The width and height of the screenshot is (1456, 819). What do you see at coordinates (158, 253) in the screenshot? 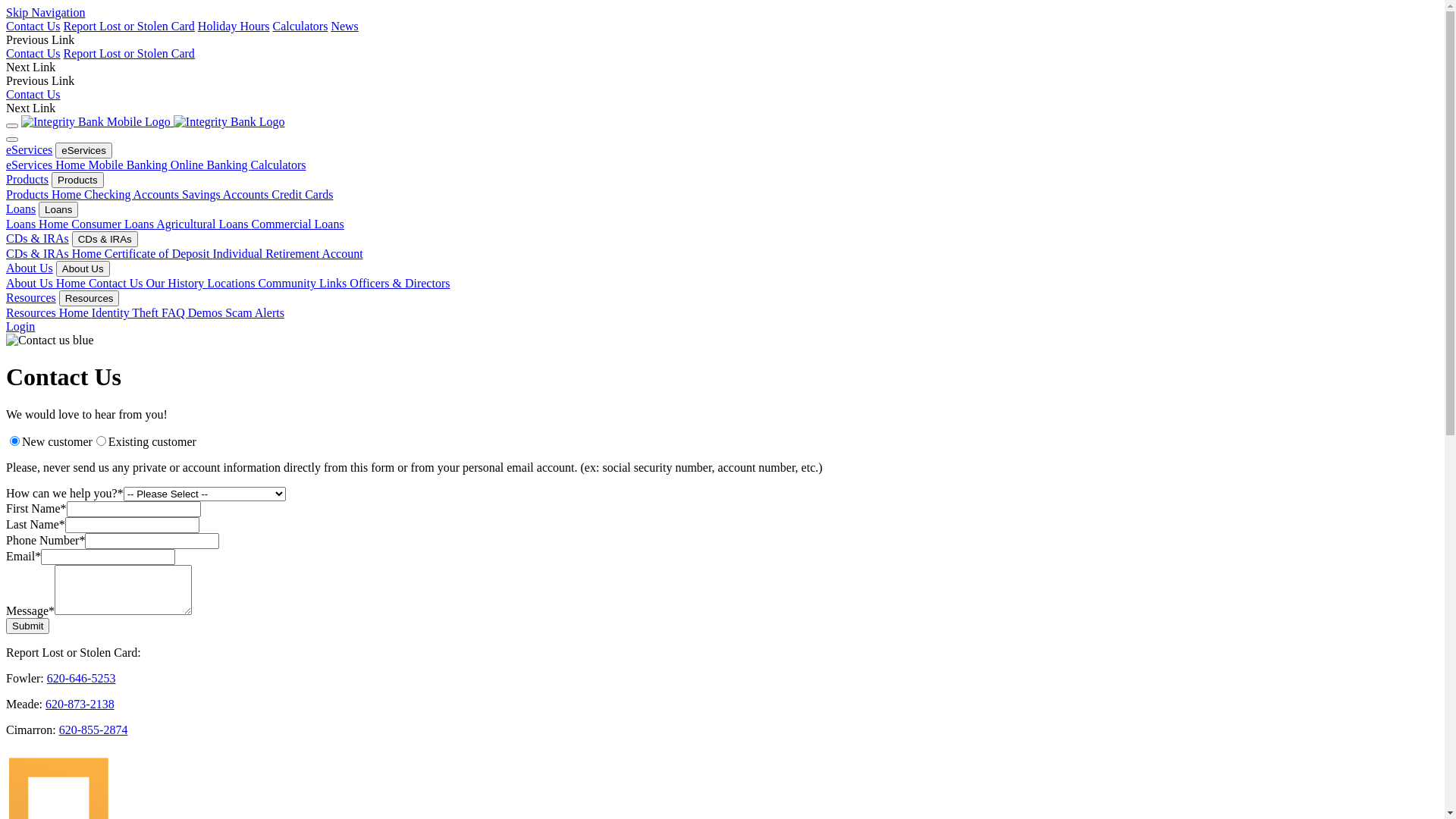
I see `'Certificate of Deposit'` at bounding box center [158, 253].